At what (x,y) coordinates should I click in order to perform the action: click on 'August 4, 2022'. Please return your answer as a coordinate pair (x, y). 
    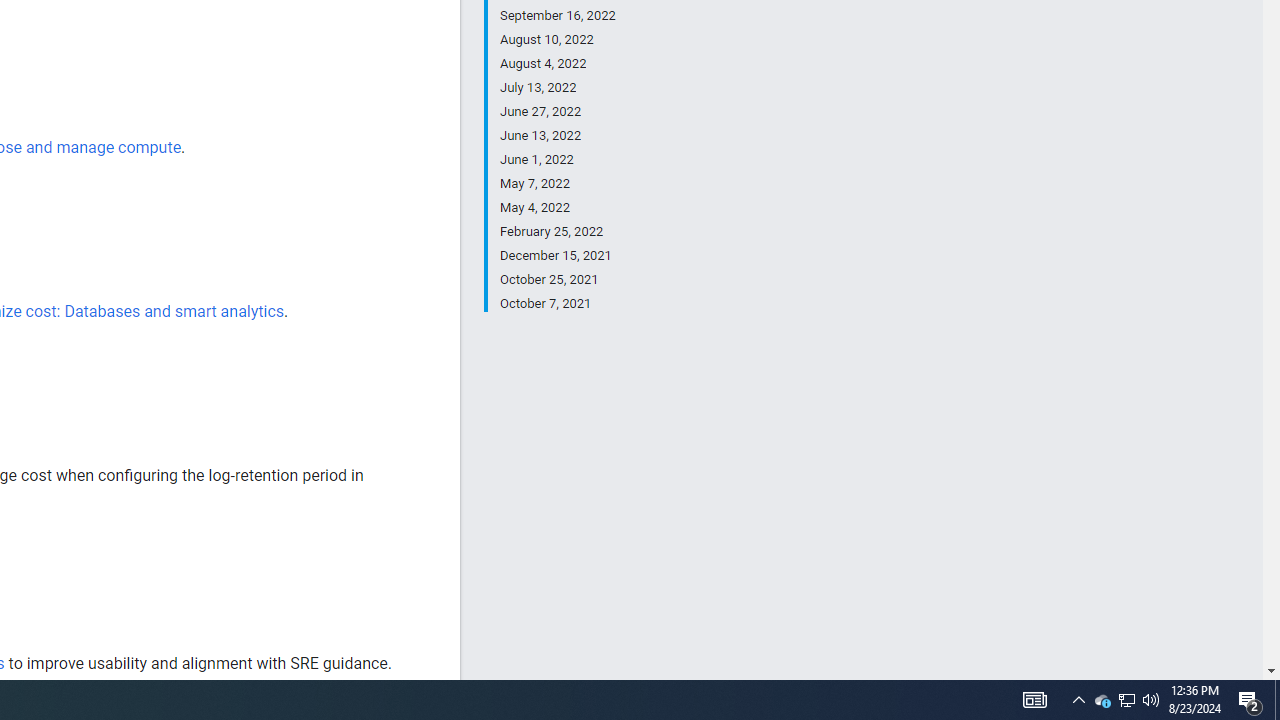
    Looking at the image, I should click on (557, 63).